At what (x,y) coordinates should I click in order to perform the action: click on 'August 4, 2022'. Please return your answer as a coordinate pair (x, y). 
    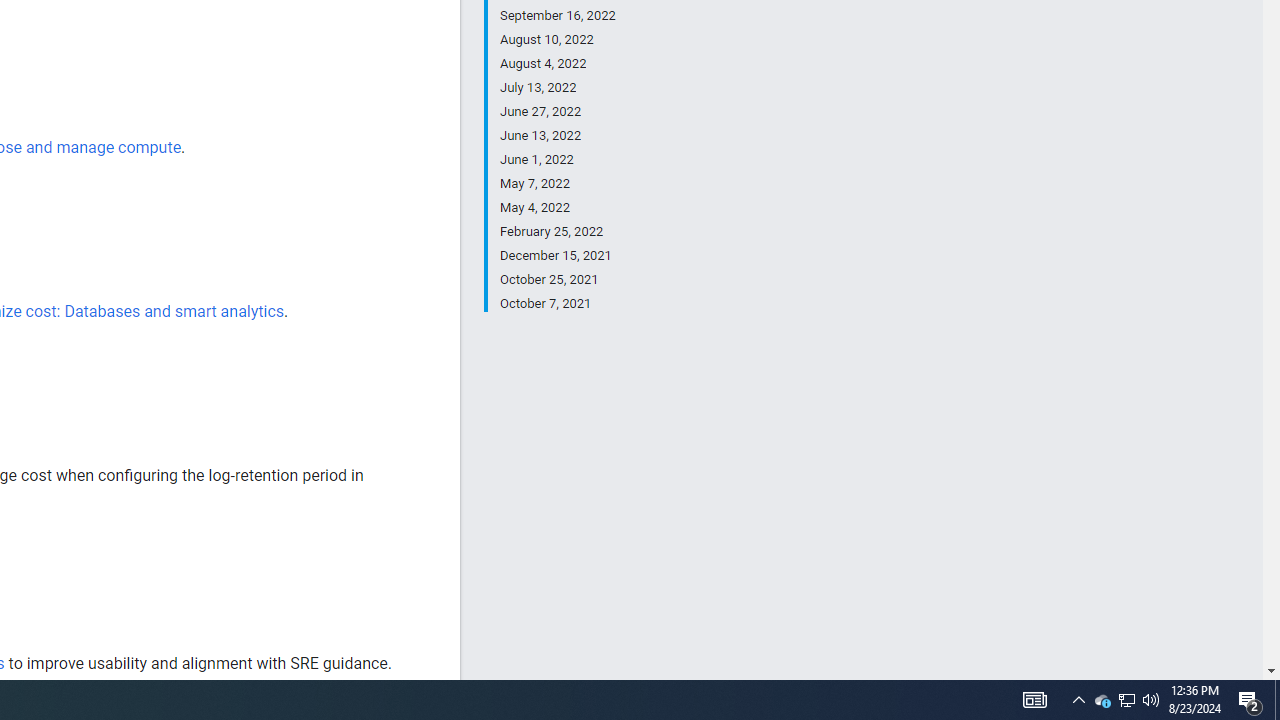
    Looking at the image, I should click on (557, 63).